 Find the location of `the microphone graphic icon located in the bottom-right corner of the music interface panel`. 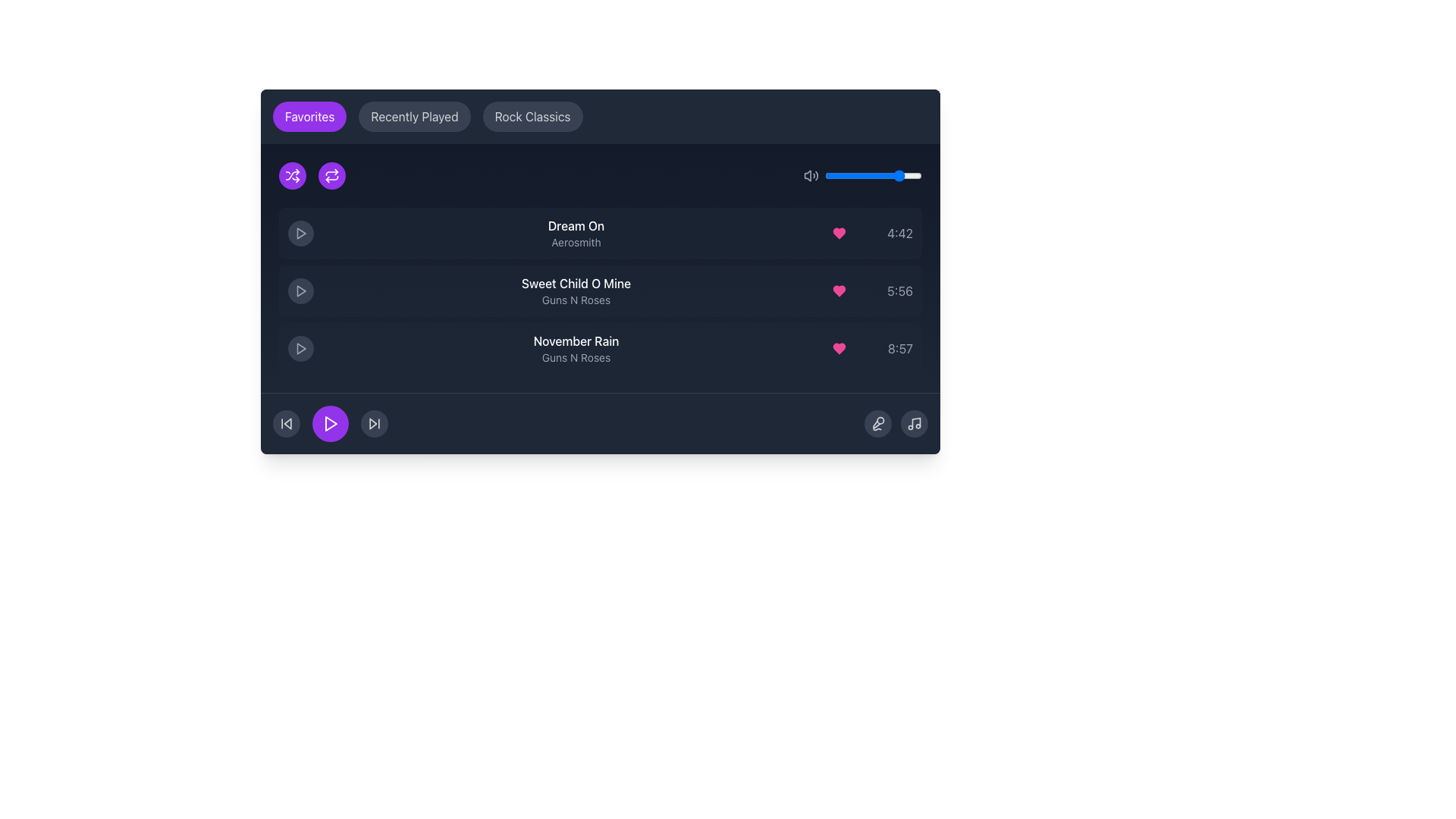

the microphone graphic icon located in the bottom-right corner of the music interface panel is located at coordinates (877, 424).